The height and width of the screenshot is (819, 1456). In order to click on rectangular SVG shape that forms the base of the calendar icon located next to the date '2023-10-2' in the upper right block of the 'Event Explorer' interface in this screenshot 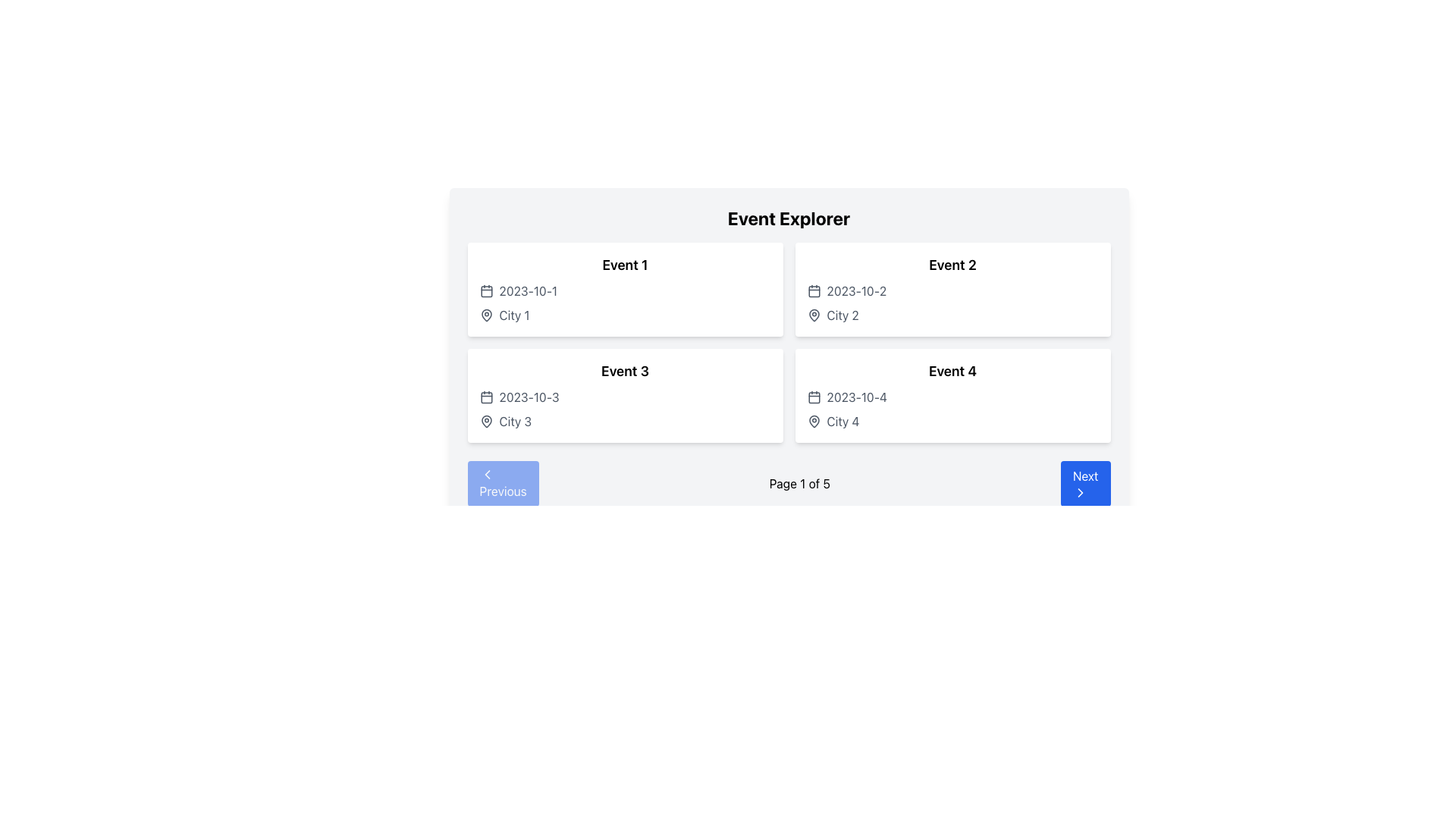, I will do `click(813, 291)`.